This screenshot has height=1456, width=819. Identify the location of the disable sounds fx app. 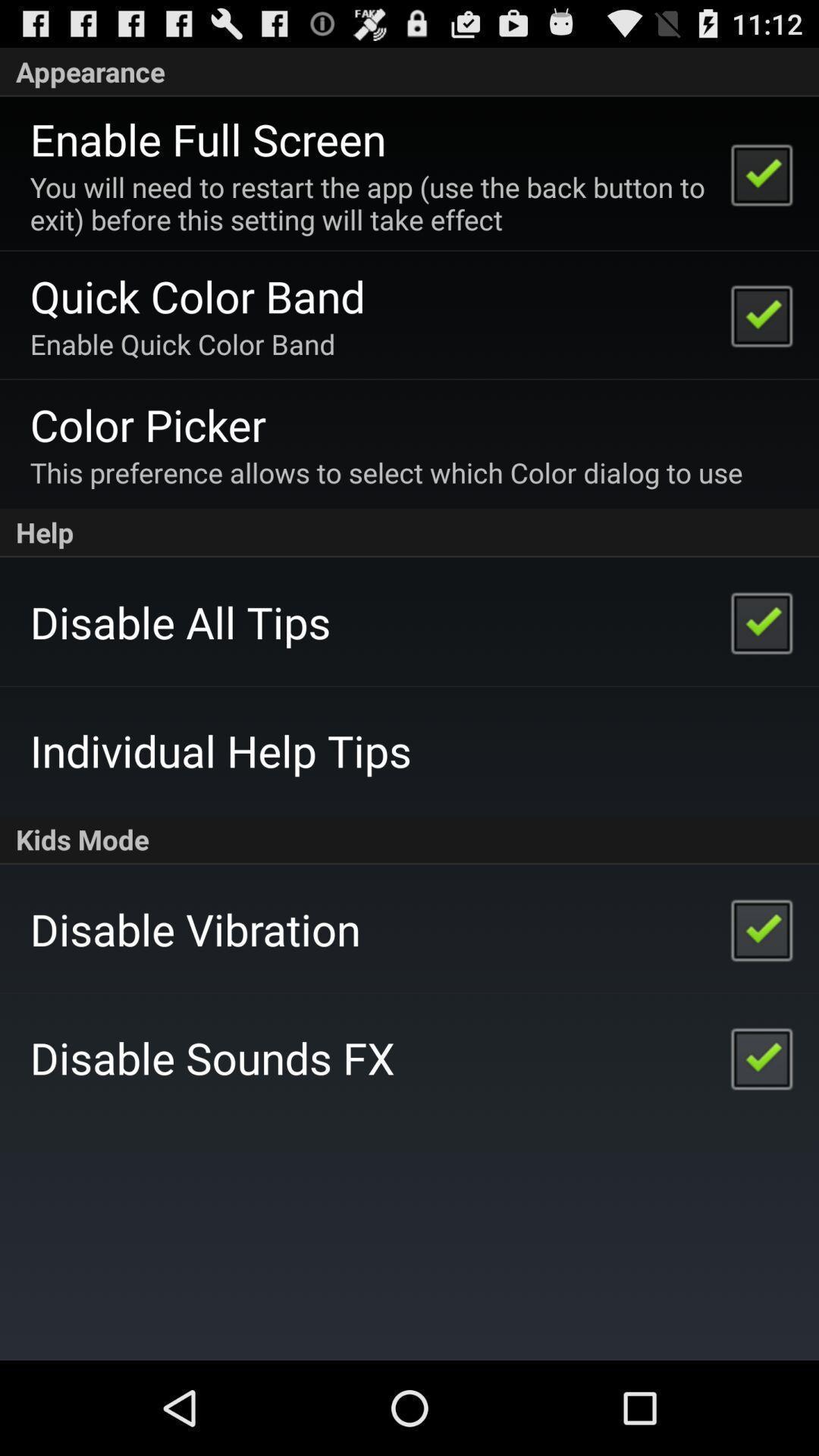
(212, 1056).